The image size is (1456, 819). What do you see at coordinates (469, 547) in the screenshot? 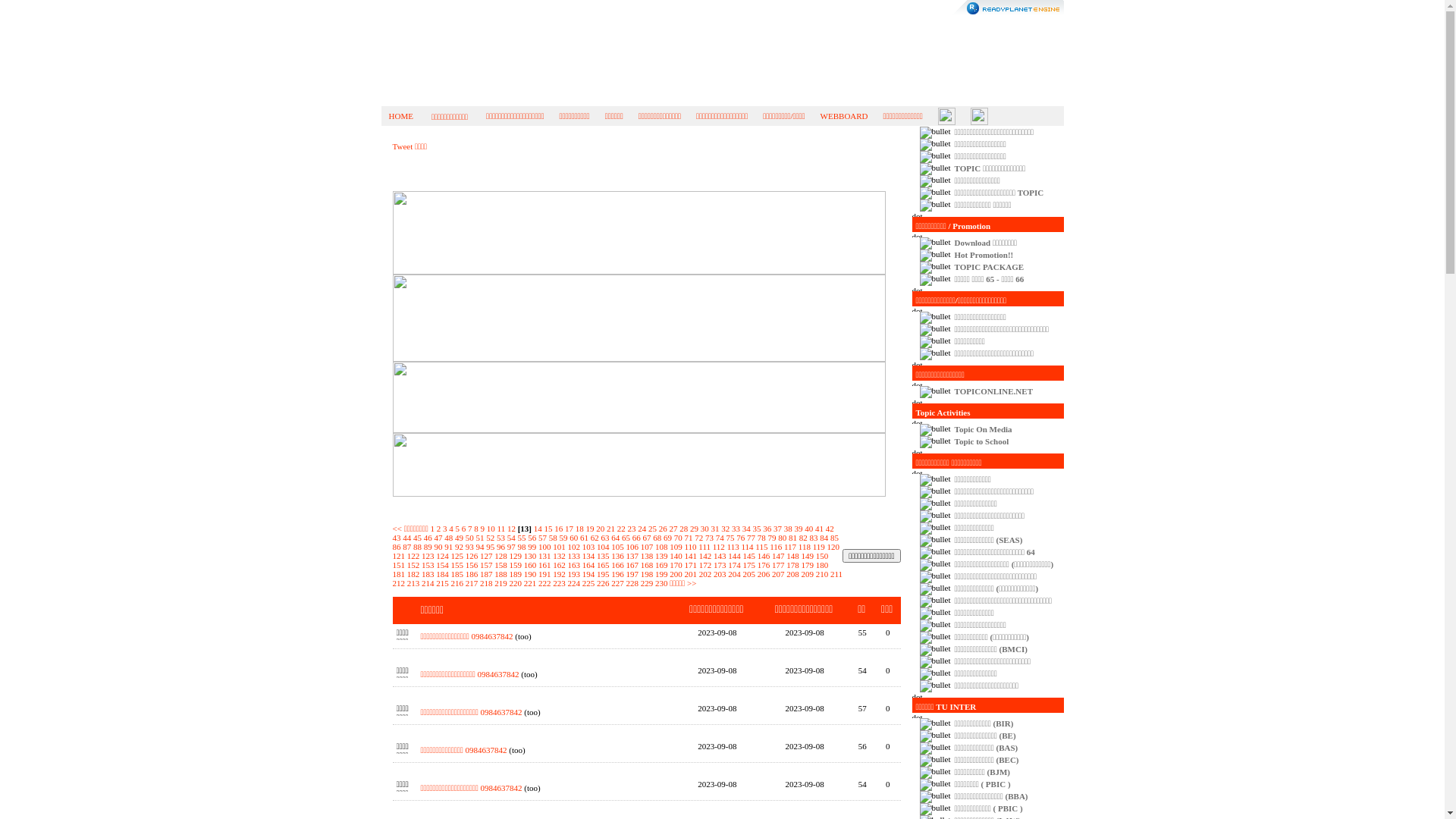
I see `'93'` at bounding box center [469, 547].